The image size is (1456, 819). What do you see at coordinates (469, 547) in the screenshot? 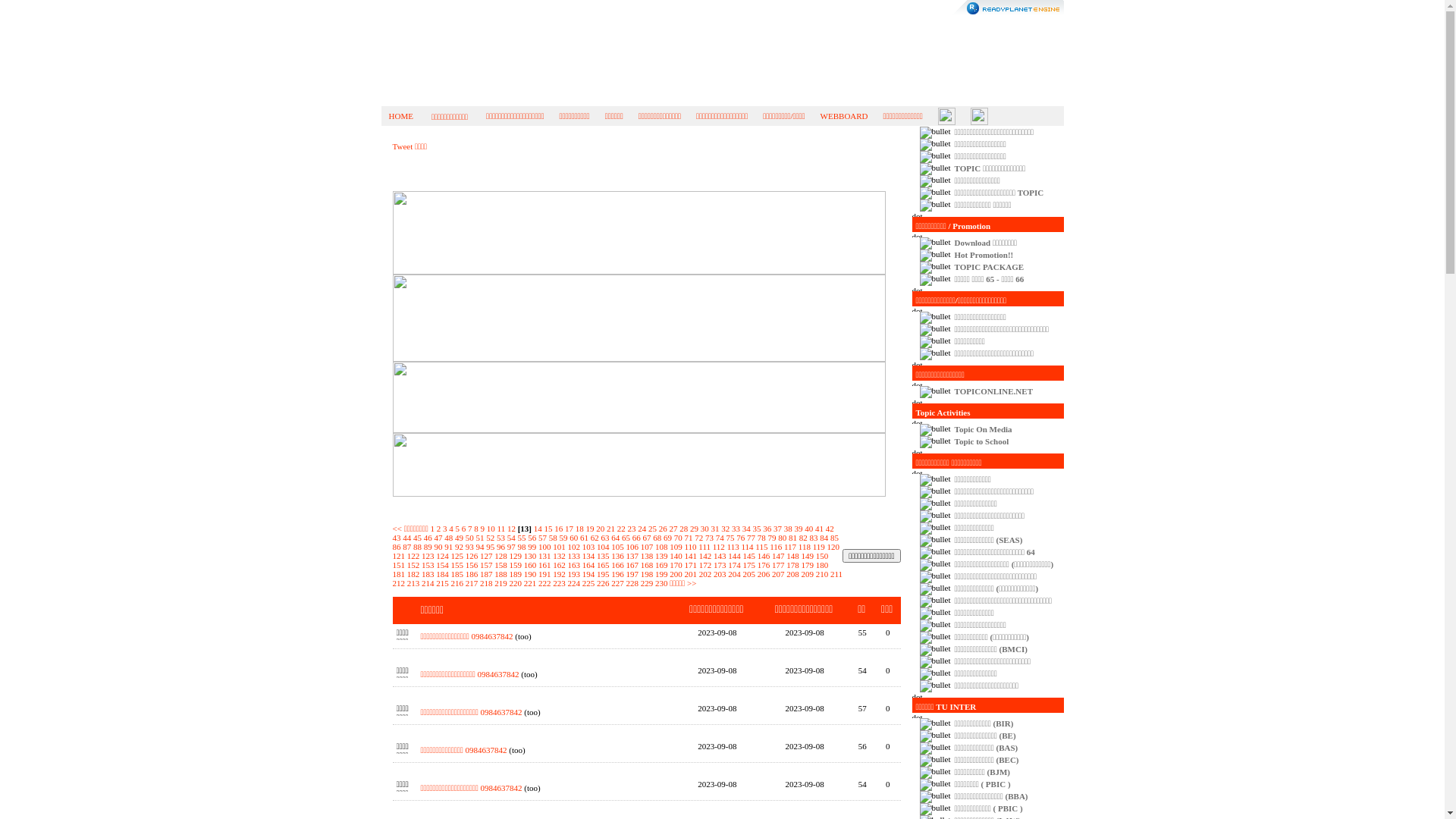
I see `'93'` at bounding box center [469, 547].